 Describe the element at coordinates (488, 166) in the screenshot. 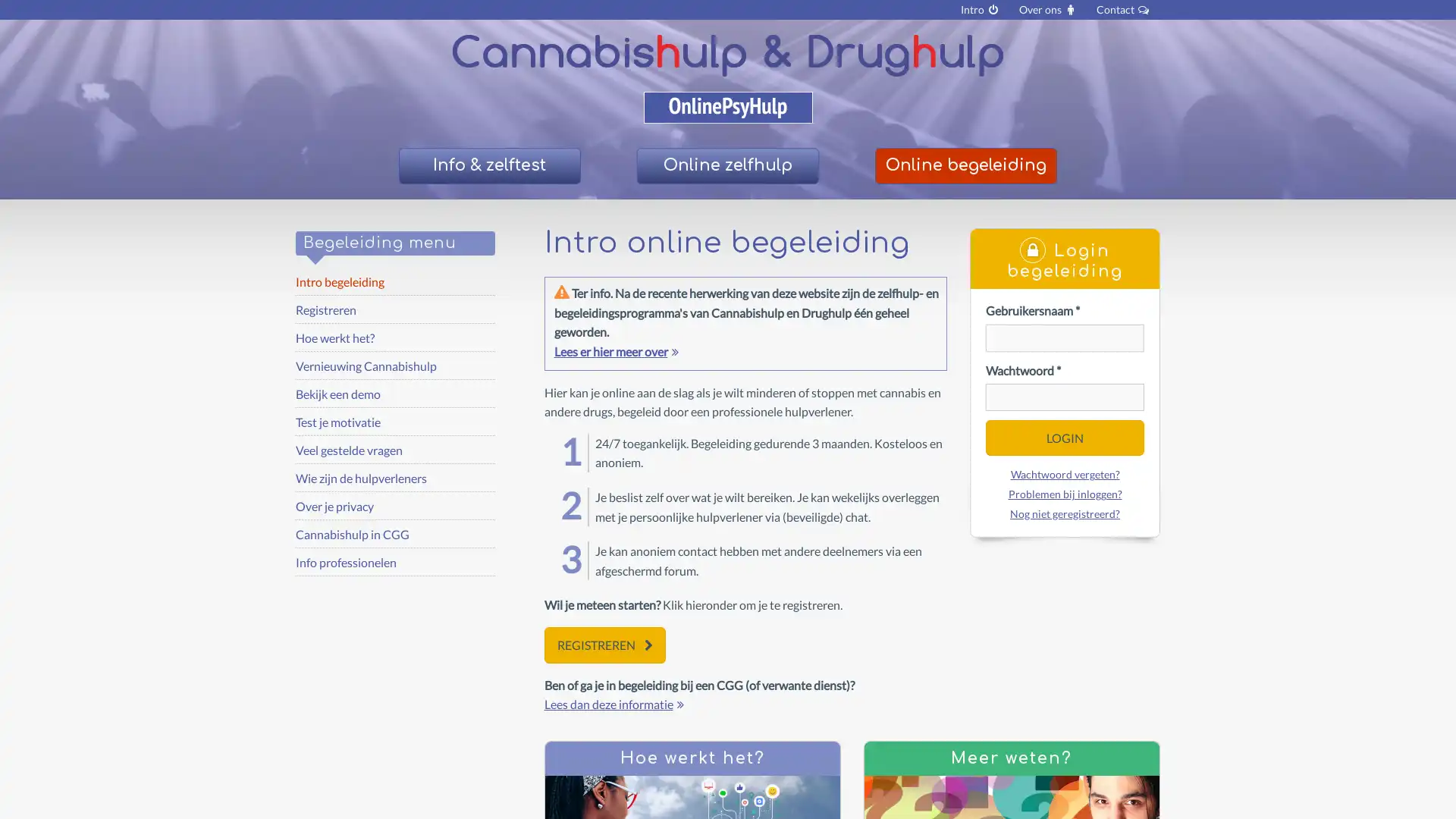

I see `Info & zelftest` at that location.